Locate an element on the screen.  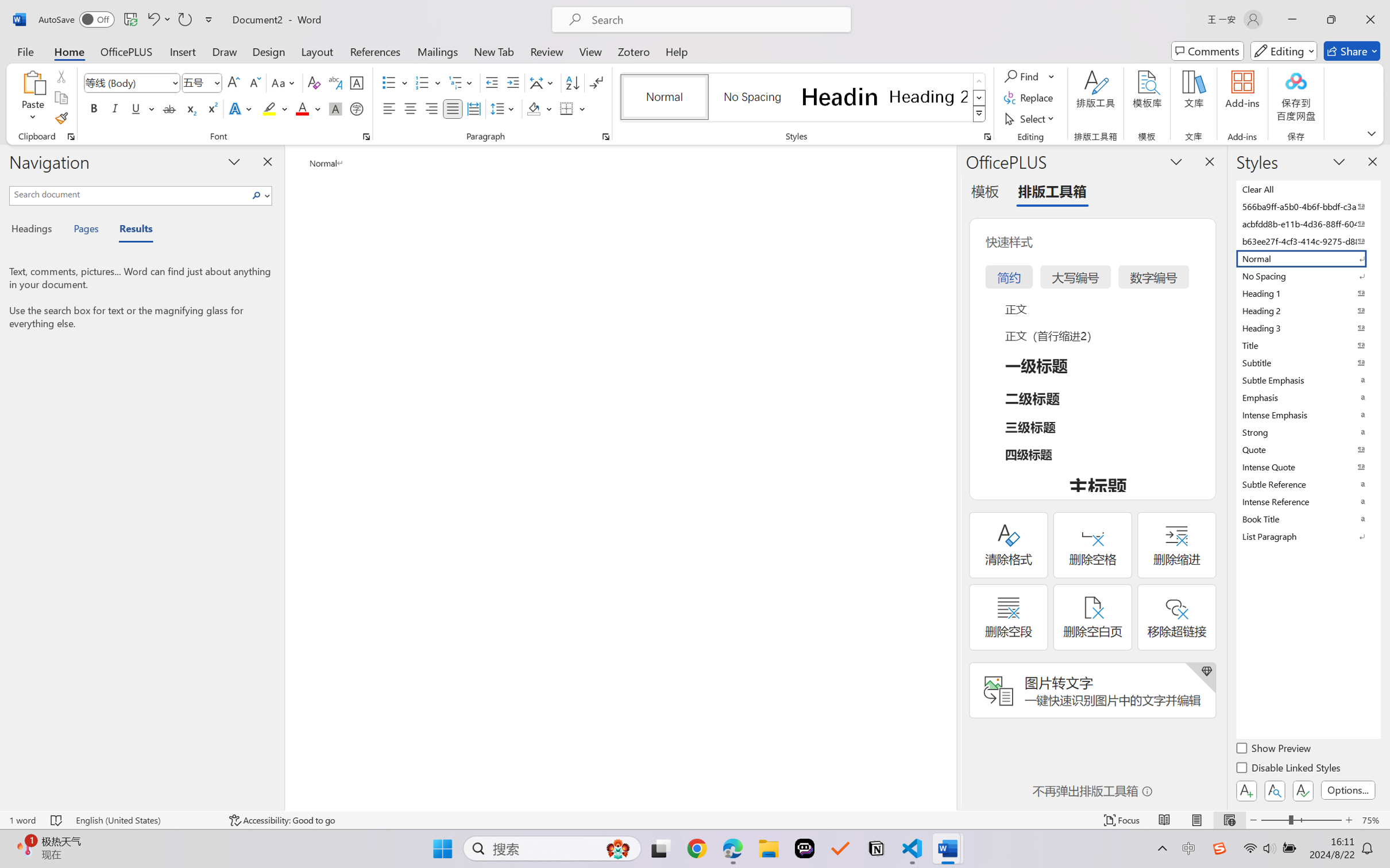
'Enclose Characters...' is located at coordinates (357, 108).